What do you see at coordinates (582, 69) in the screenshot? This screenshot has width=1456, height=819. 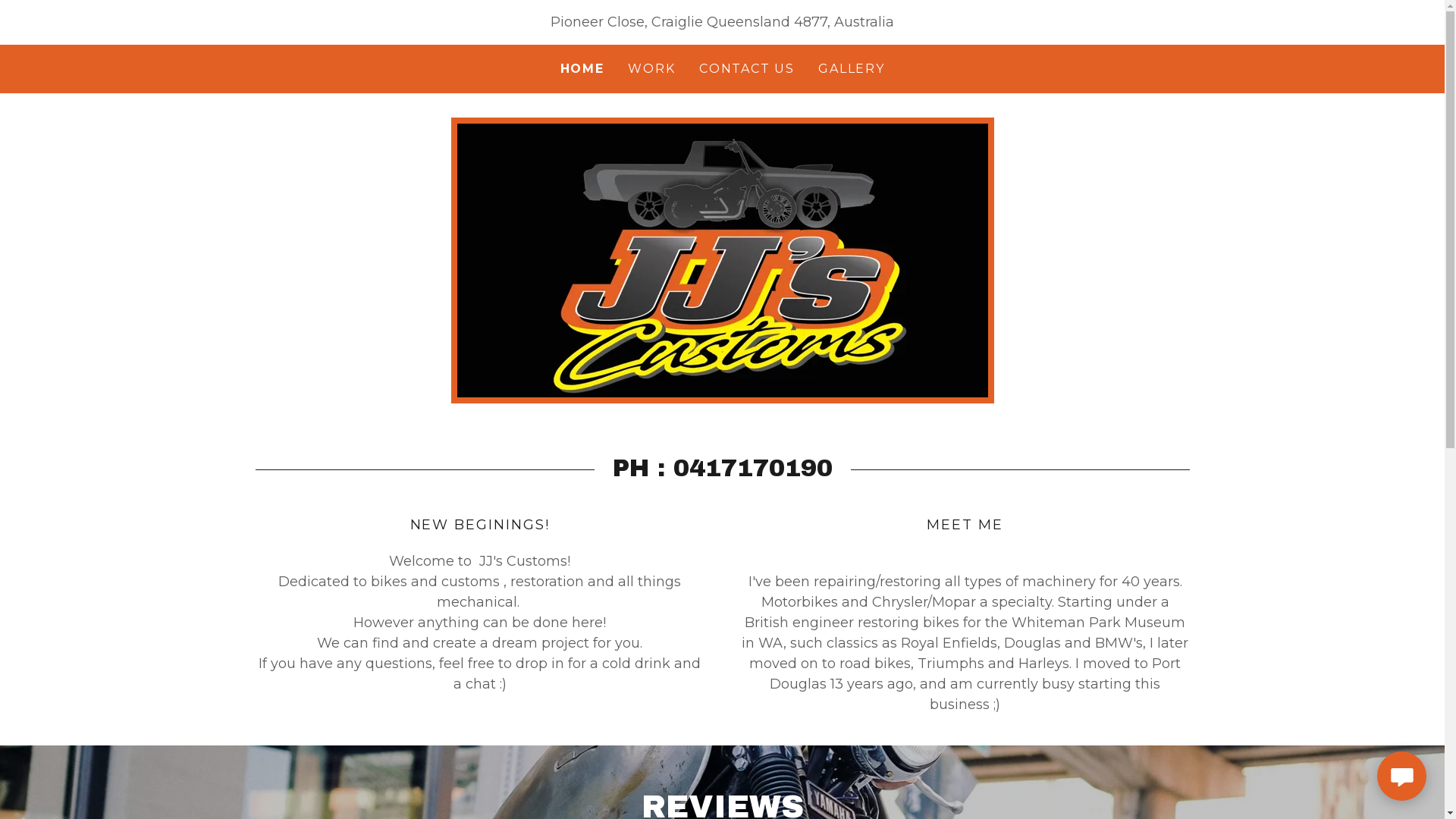 I see `'HOME'` at bounding box center [582, 69].